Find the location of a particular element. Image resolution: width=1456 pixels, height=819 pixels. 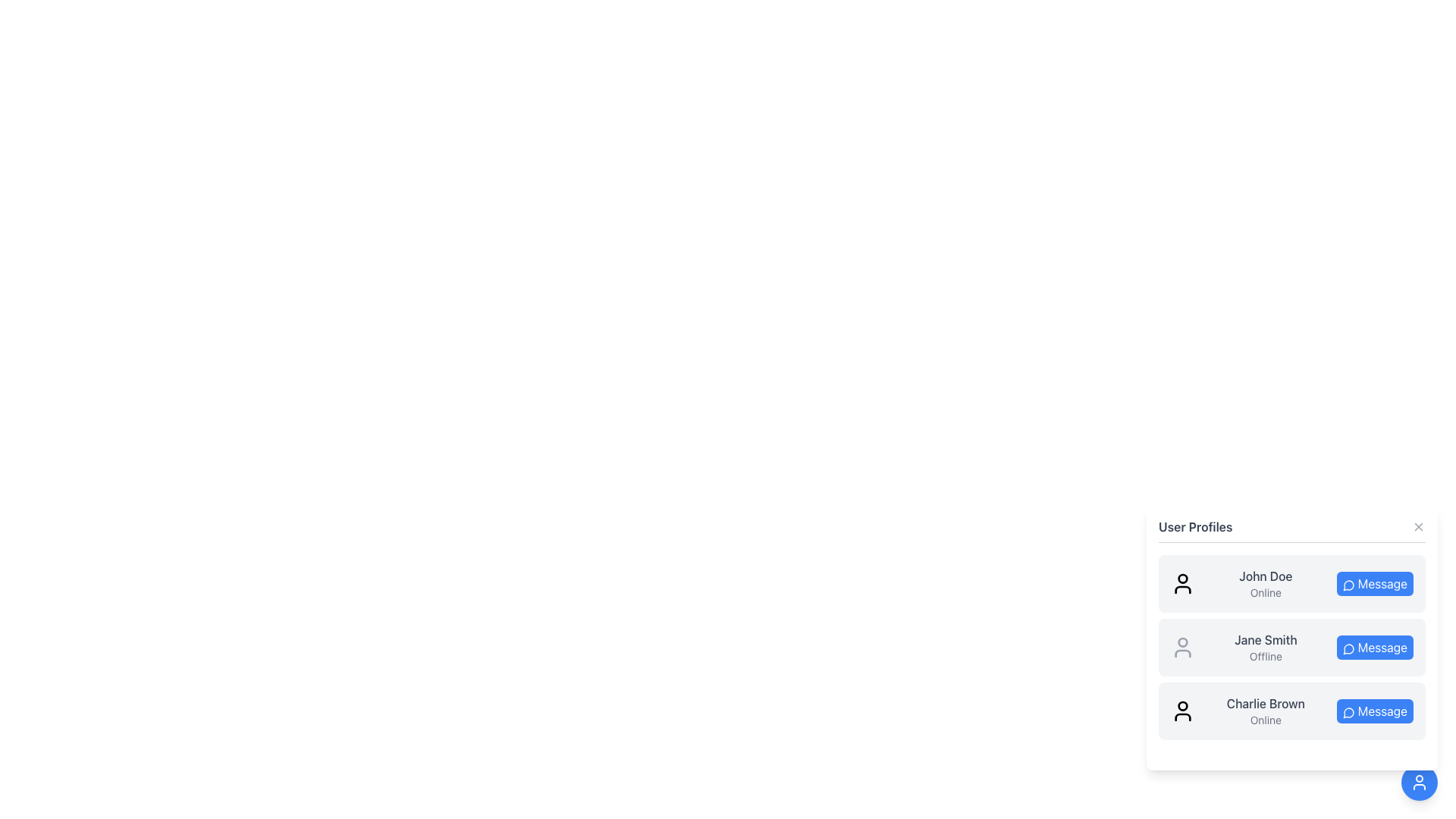

the circular blue speech bubble icon located to the right of the 'Message' label for user 'Charlie Brown' is located at coordinates (1348, 712).